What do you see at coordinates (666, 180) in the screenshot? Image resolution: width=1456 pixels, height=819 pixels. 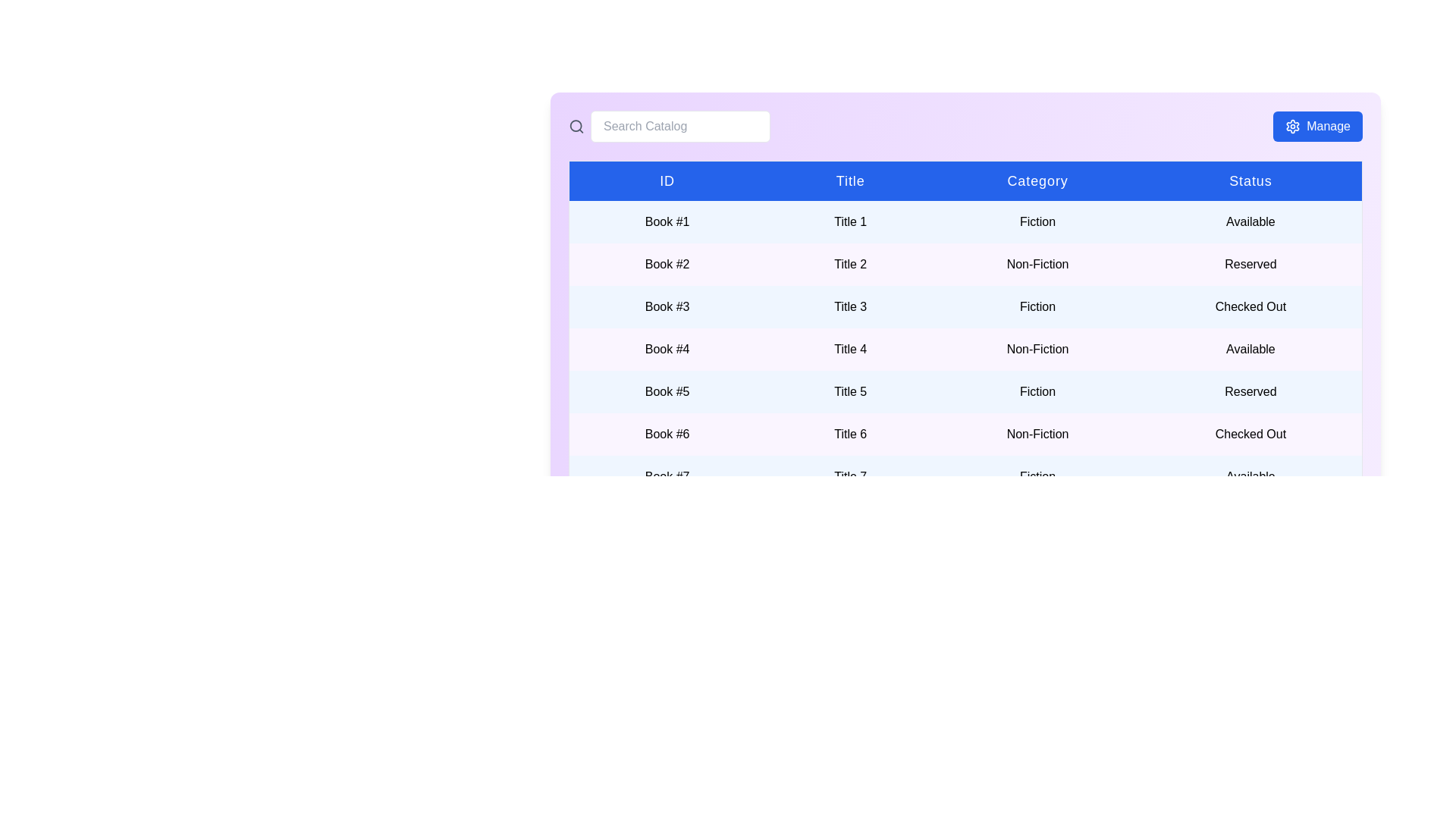 I see `the column header to sort the table by ID` at bounding box center [666, 180].